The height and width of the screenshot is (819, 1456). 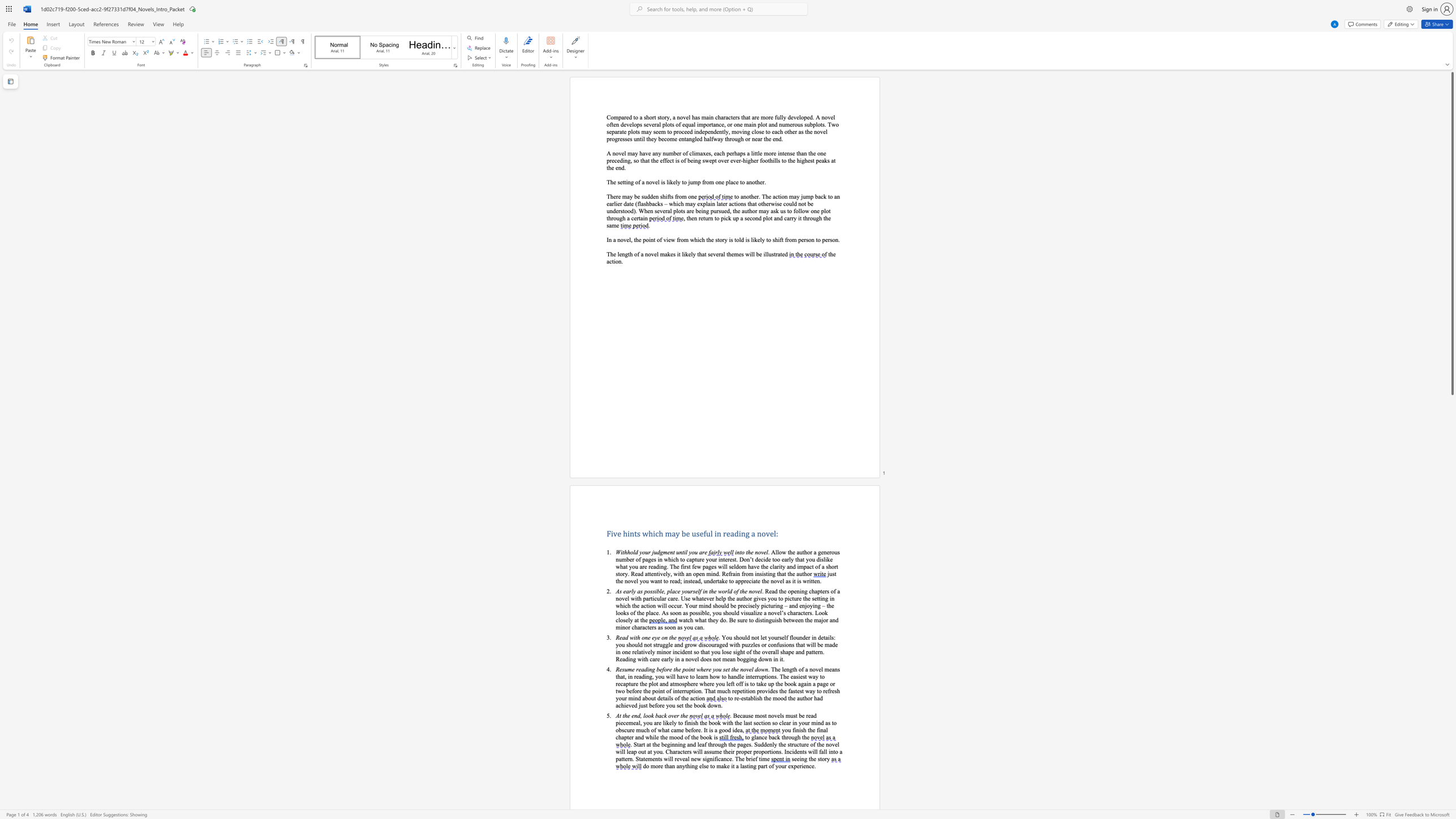 What do you see at coordinates (796, 736) in the screenshot?
I see `the 2th character "g" in the text` at bounding box center [796, 736].